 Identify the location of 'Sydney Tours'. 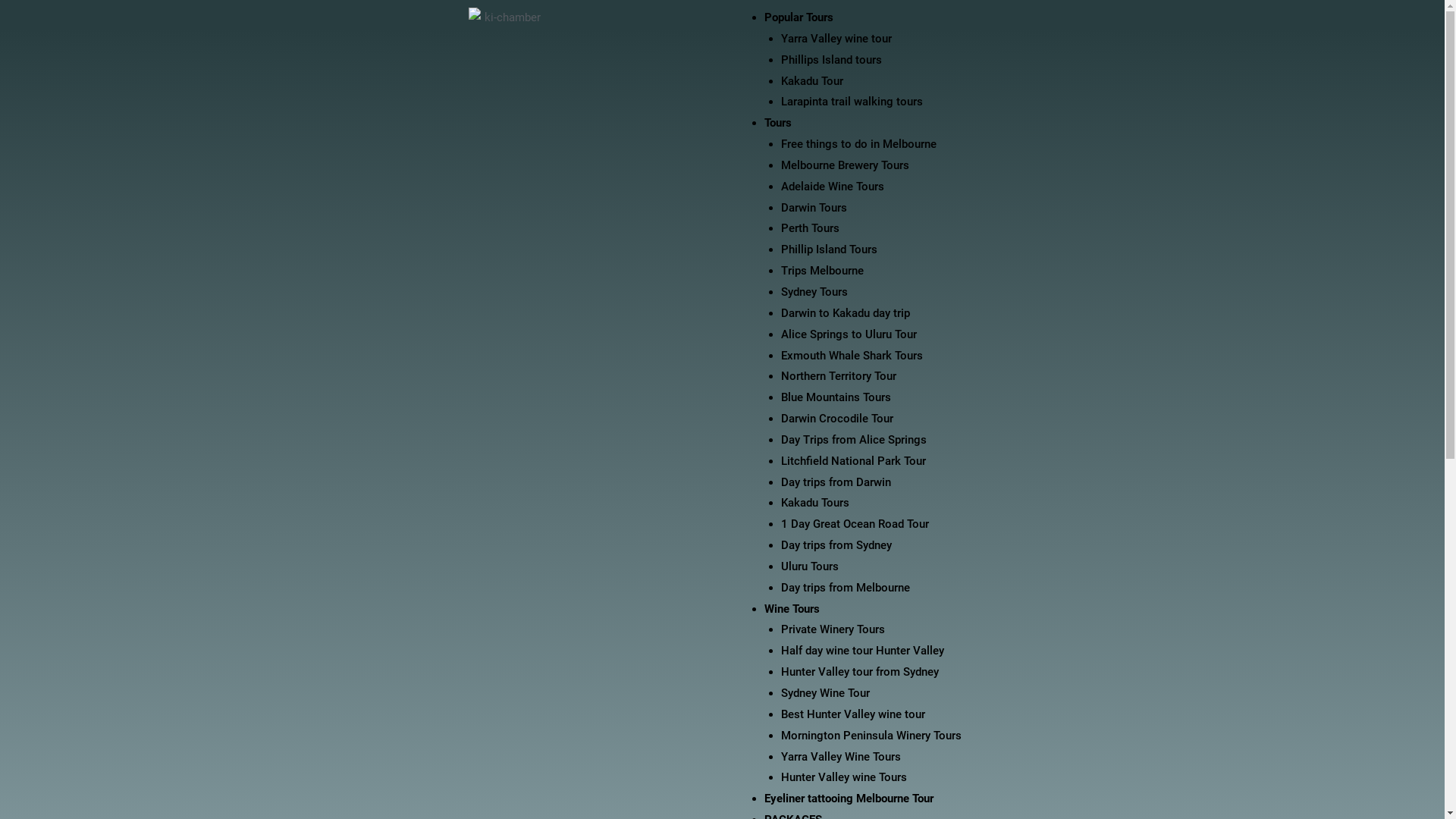
(814, 292).